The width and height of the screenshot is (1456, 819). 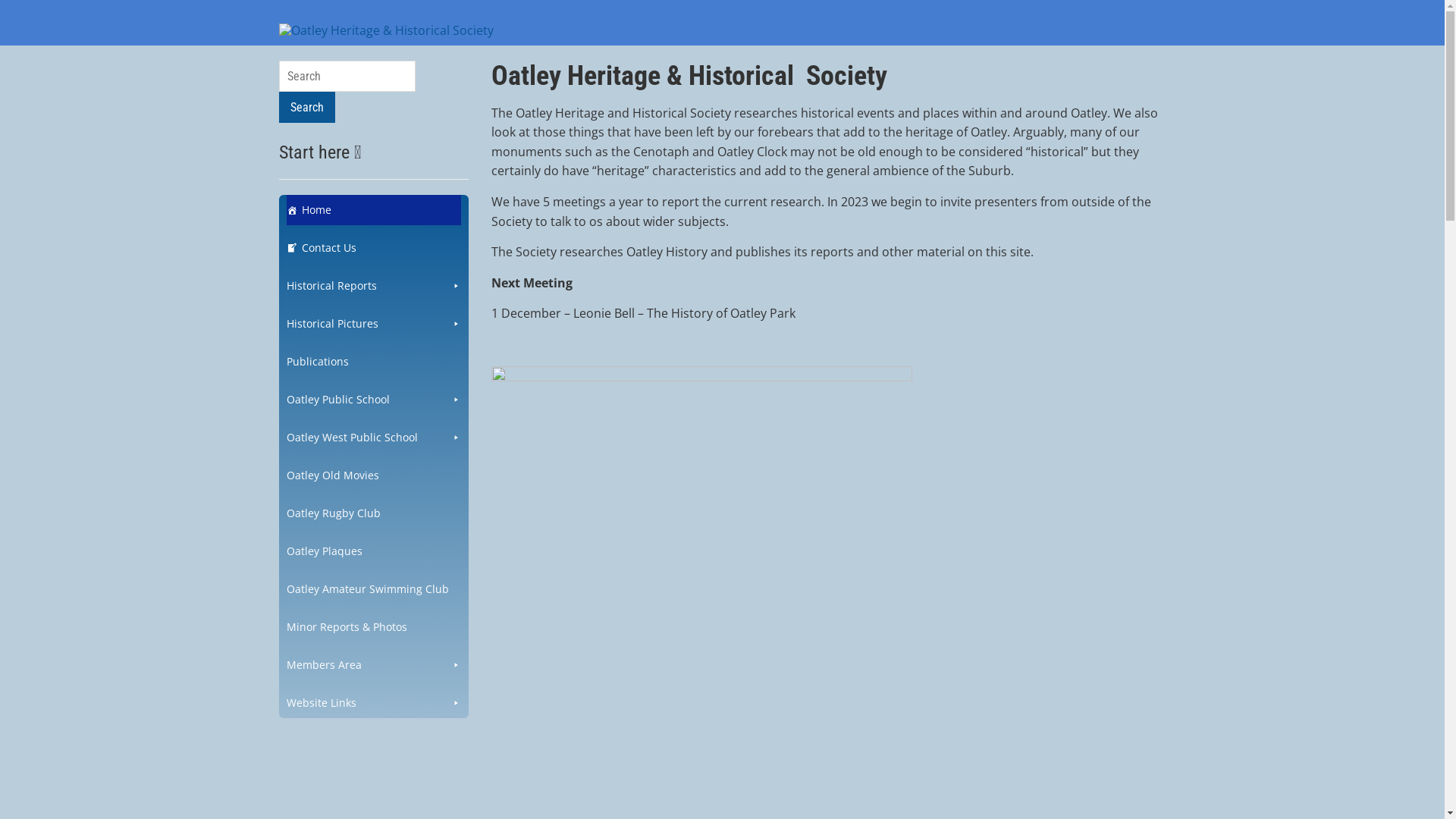 I want to click on 'Search', so click(x=279, y=106).